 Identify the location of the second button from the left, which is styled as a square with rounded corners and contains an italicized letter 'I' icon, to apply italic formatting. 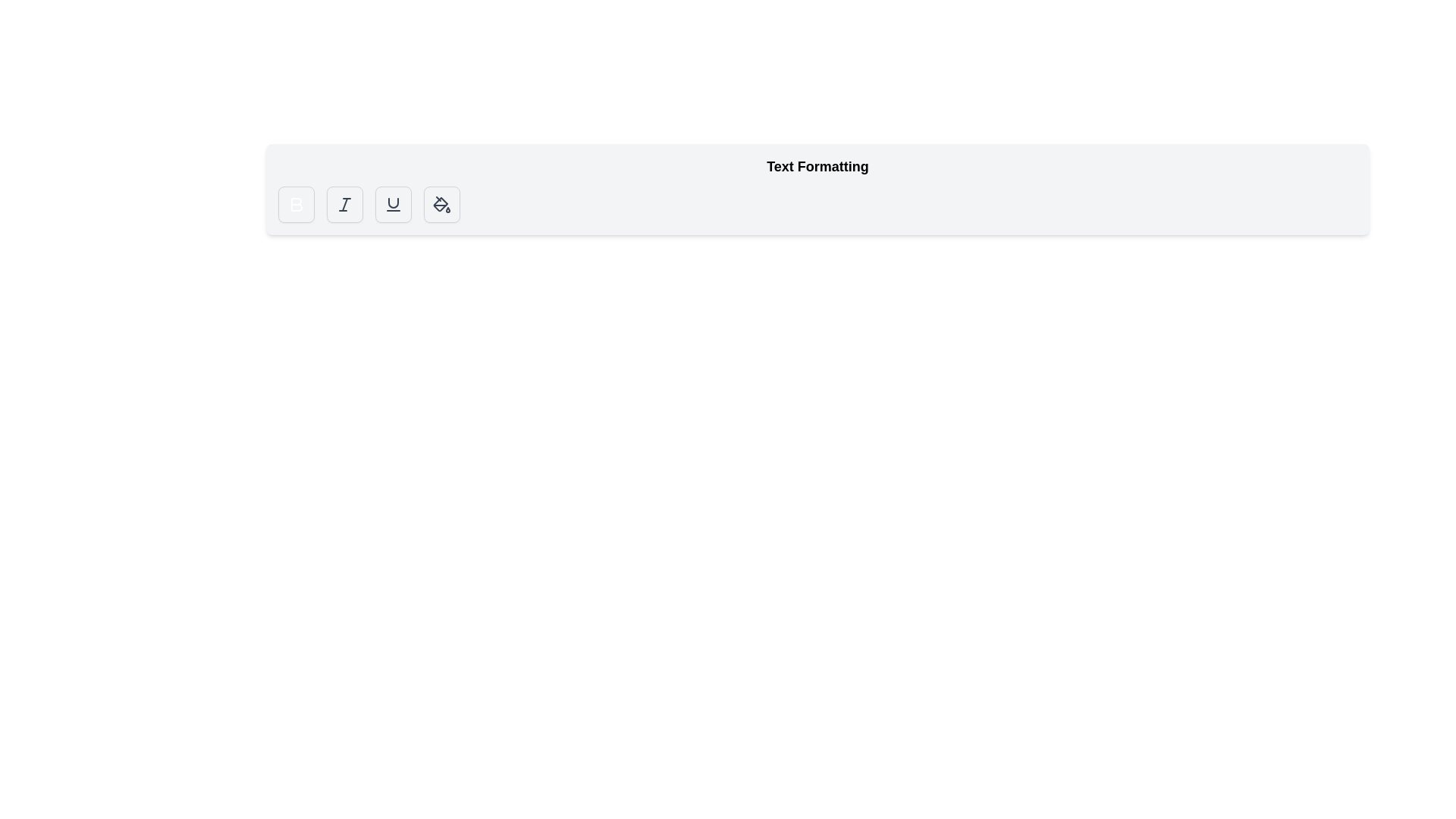
(344, 205).